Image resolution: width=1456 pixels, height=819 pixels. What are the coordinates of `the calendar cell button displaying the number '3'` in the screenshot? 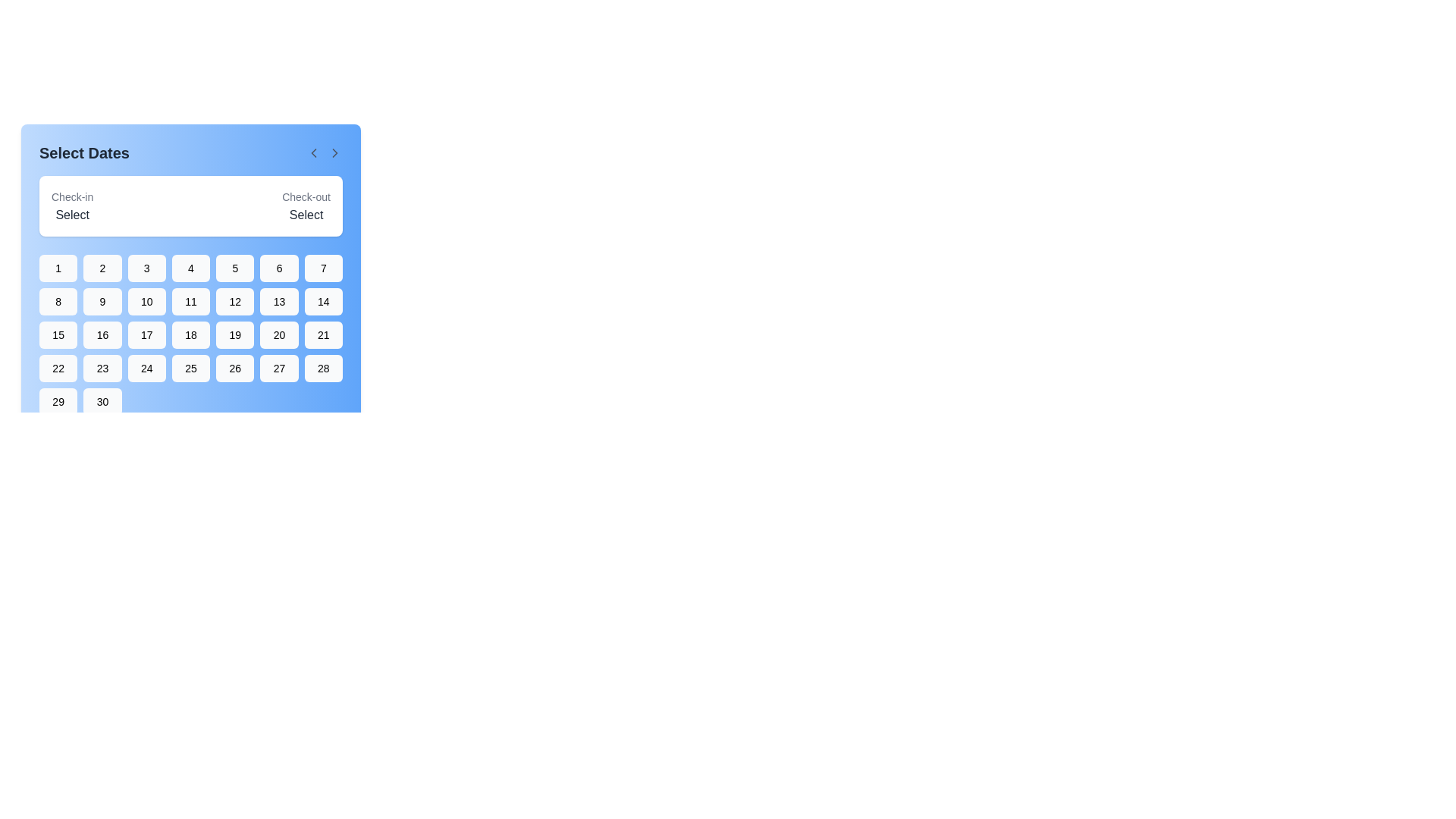 It's located at (146, 268).